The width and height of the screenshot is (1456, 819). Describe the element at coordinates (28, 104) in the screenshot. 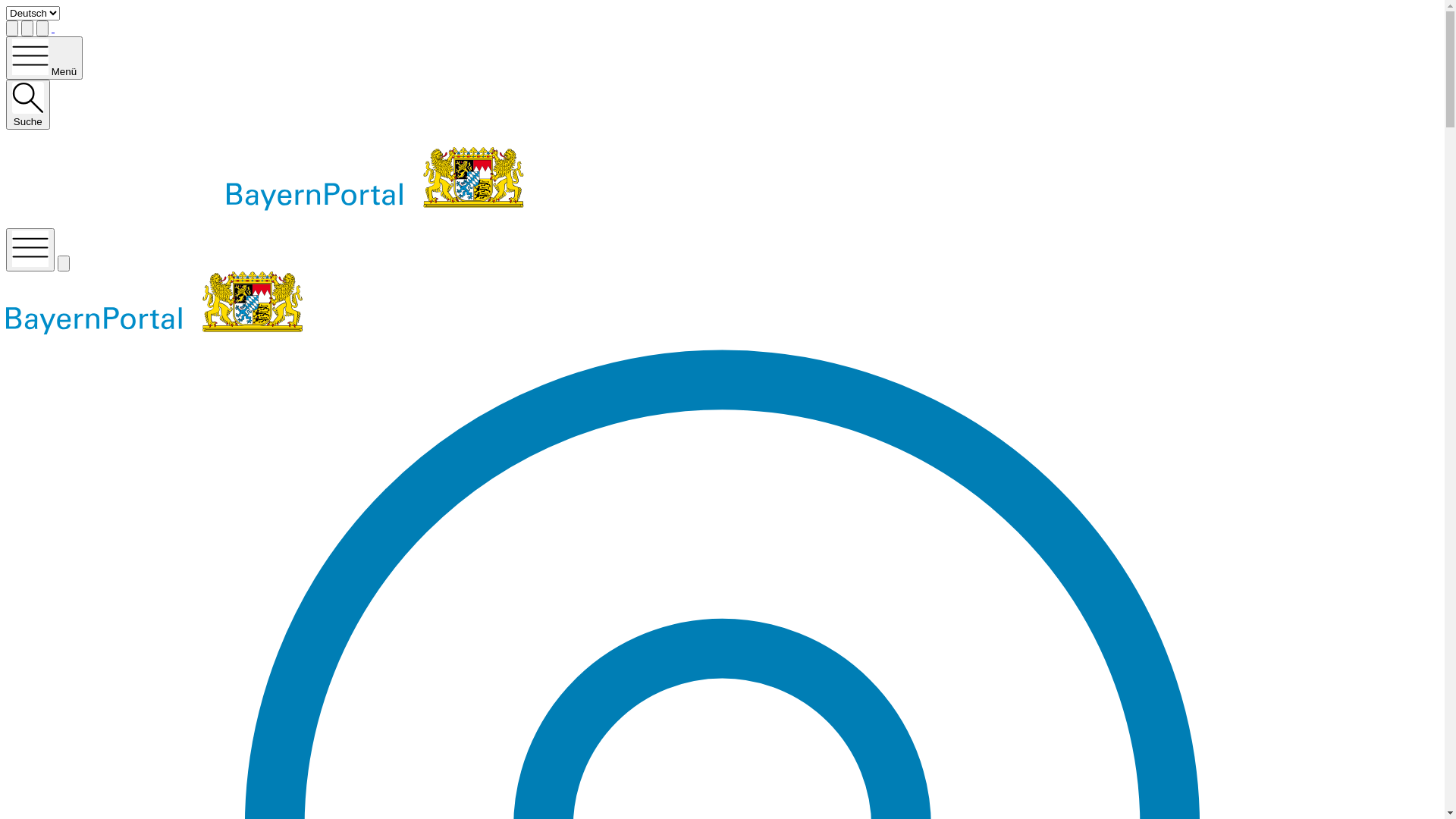

I see `'Suche'` at that location.